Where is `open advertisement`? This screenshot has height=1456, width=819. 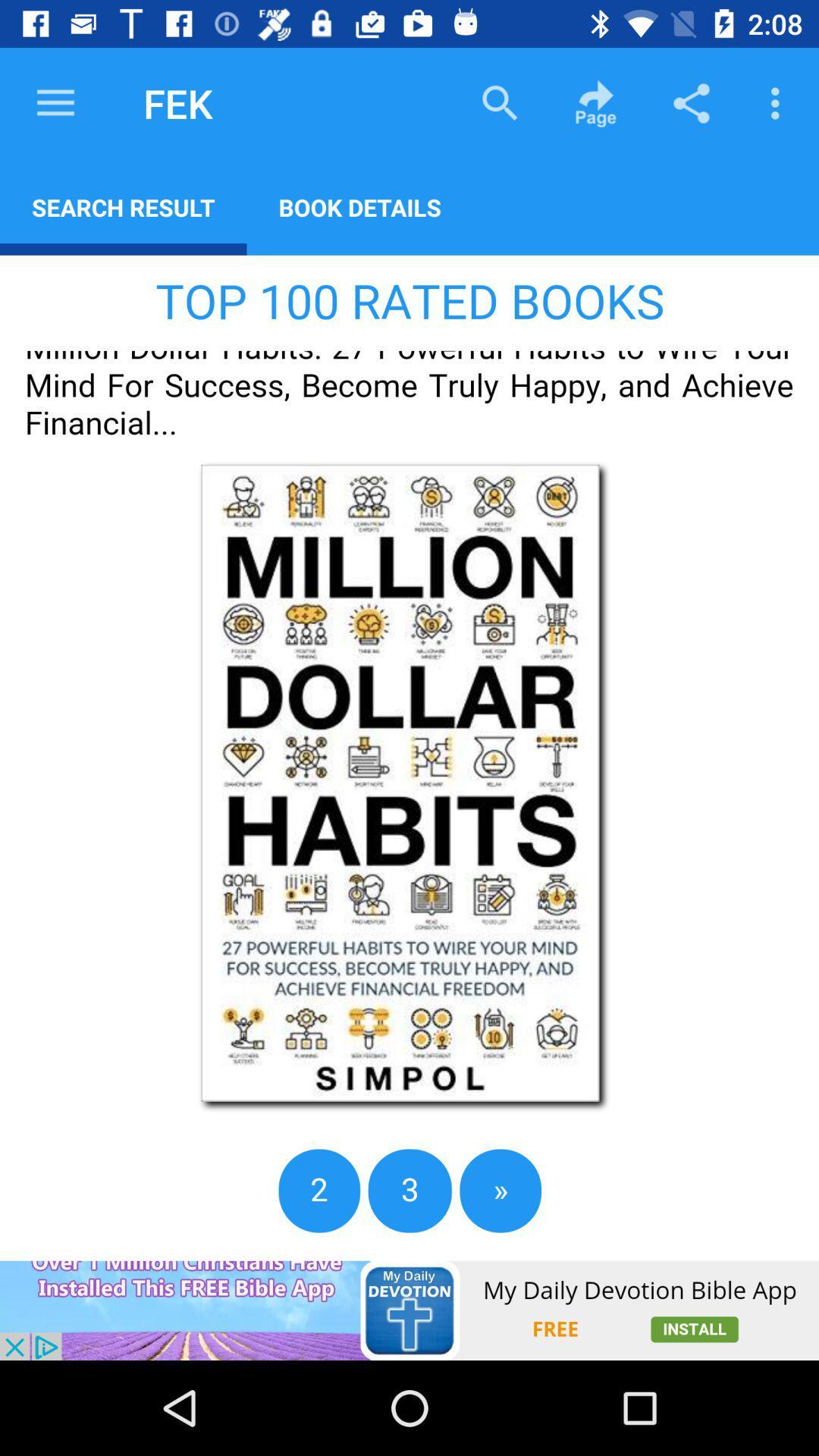 open advertisement is located at coordinates (409, 1310).